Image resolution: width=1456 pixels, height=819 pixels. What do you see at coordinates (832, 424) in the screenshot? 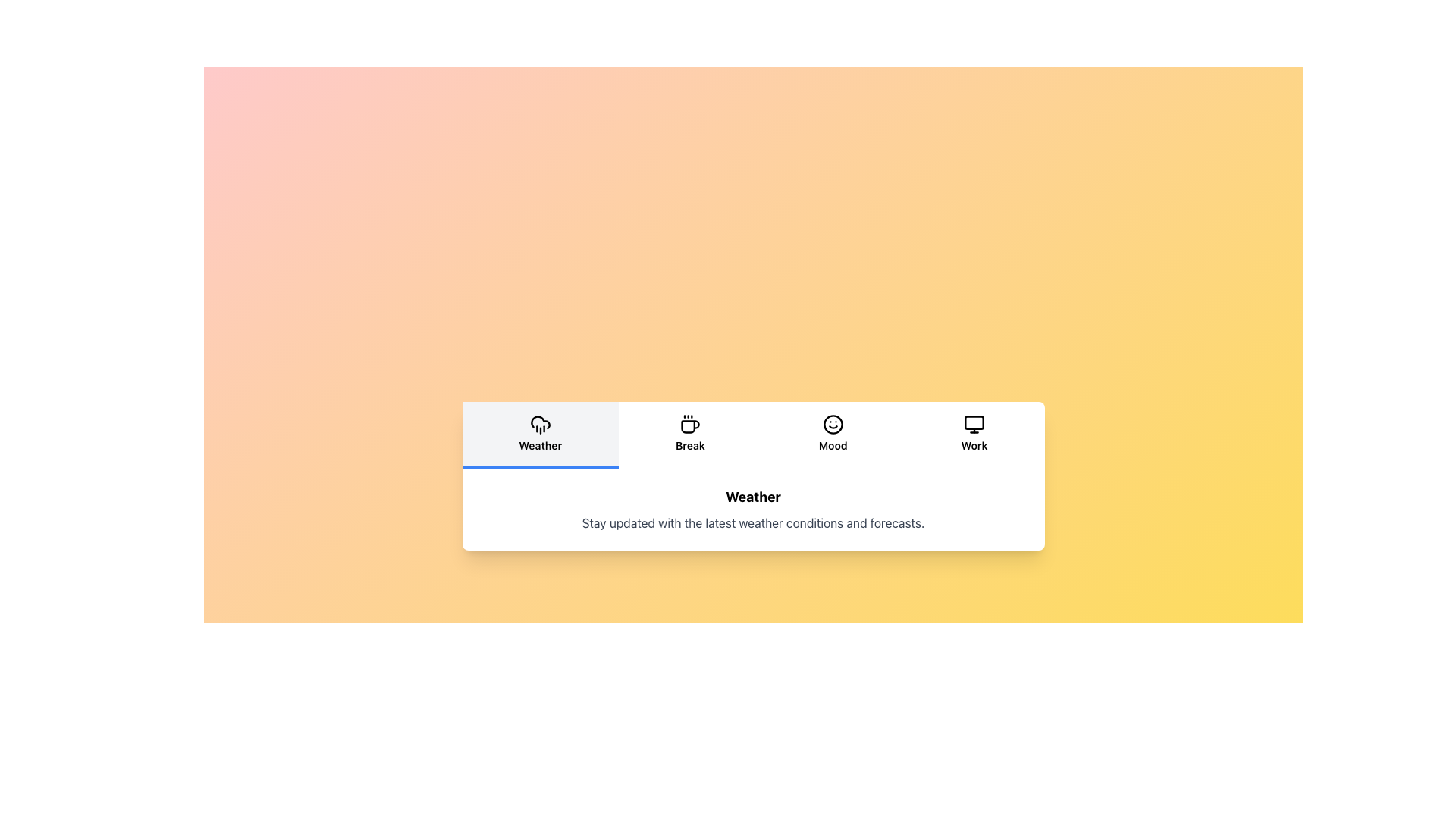
I see `the central circular graphic icon representing a smiley face, which is the third option labeled 'Mood' in the horizontal menu bar` at bounding box center [832, 424].